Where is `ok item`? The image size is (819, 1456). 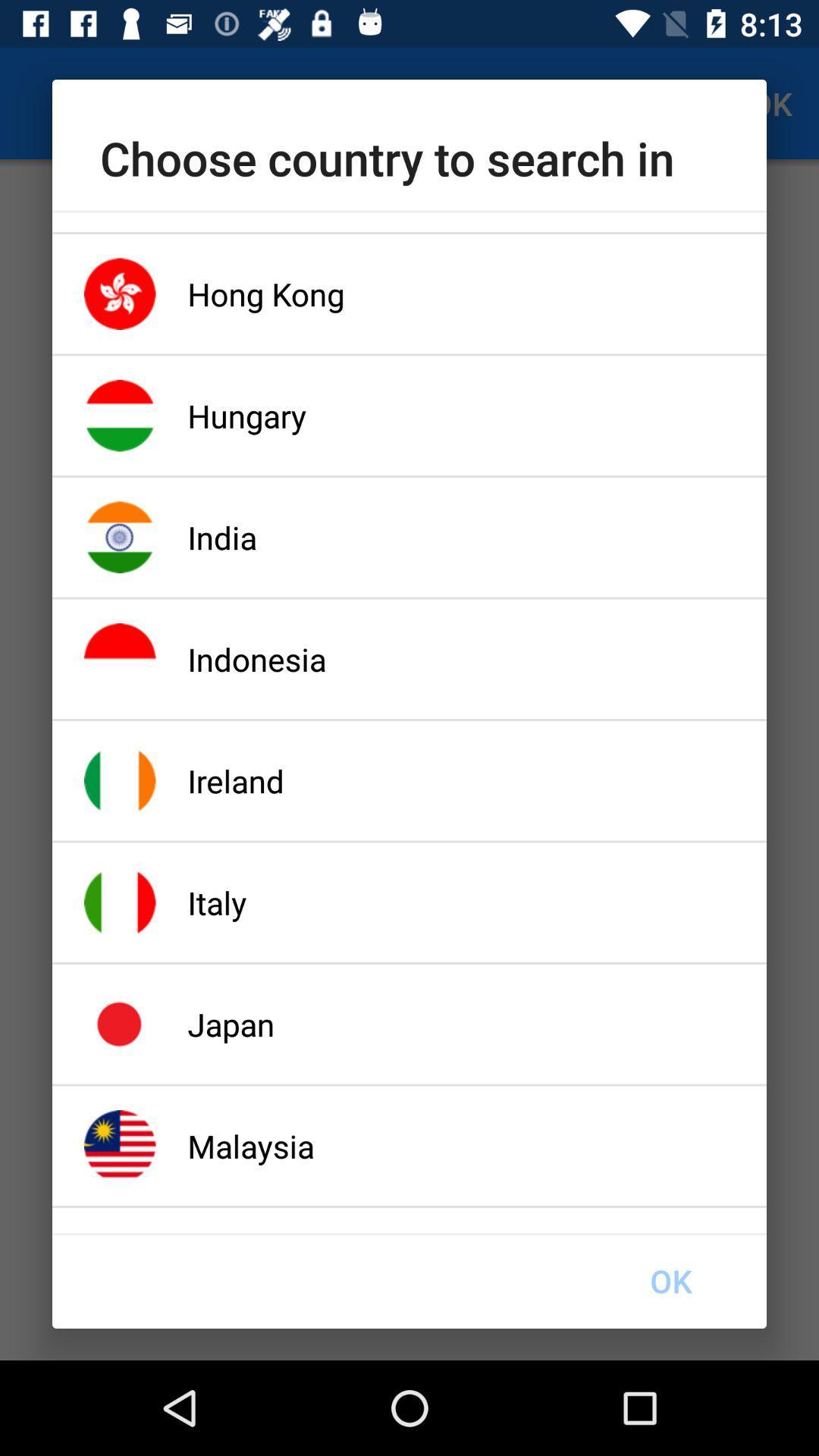 ok item is located at coordinates (670, 1280).